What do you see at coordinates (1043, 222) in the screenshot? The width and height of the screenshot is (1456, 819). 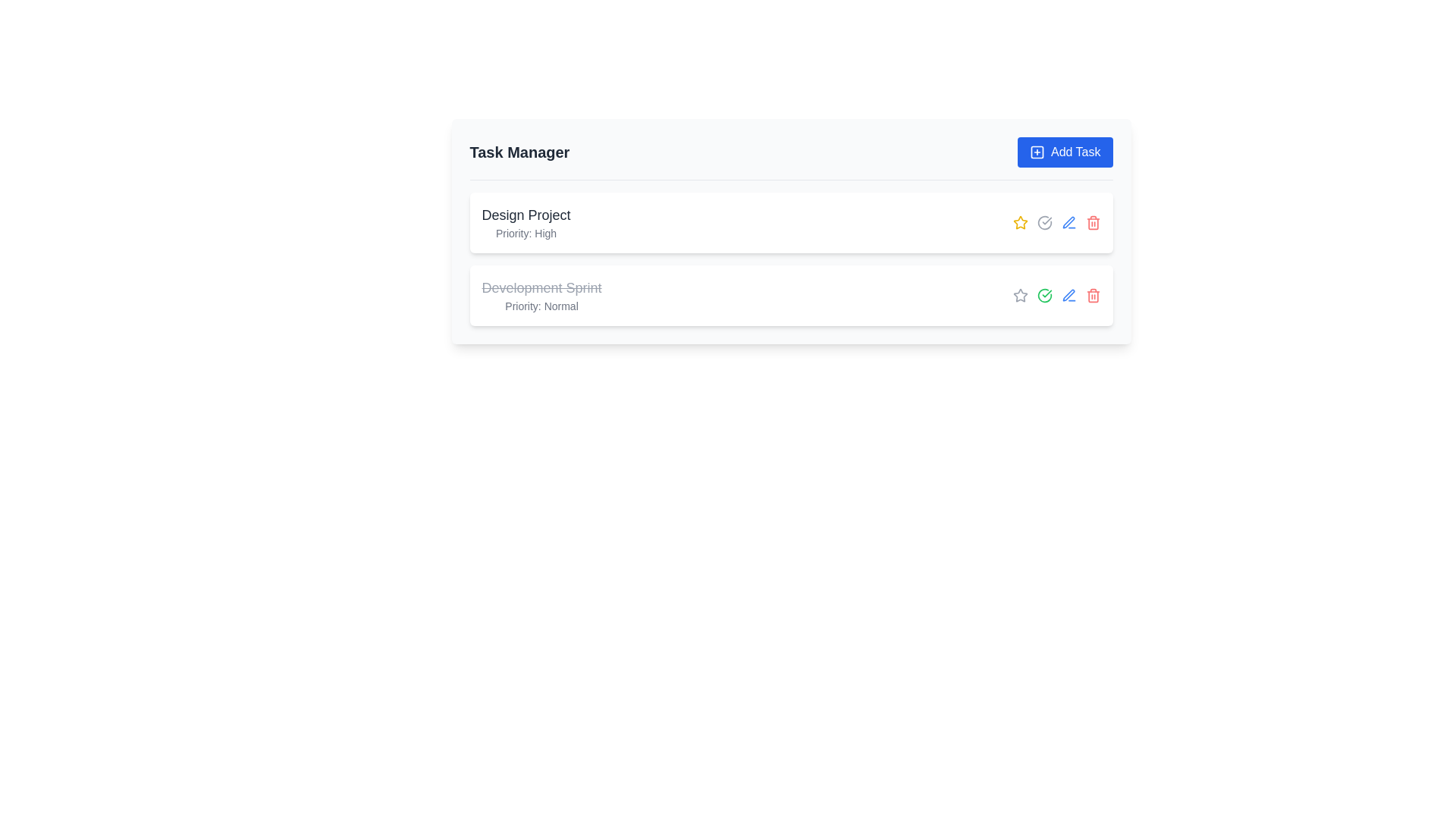 I see `the gray circular icon button, which is the second icon in a horizontal row under the 'Design Project' task` at bounding box center [1043, 222].